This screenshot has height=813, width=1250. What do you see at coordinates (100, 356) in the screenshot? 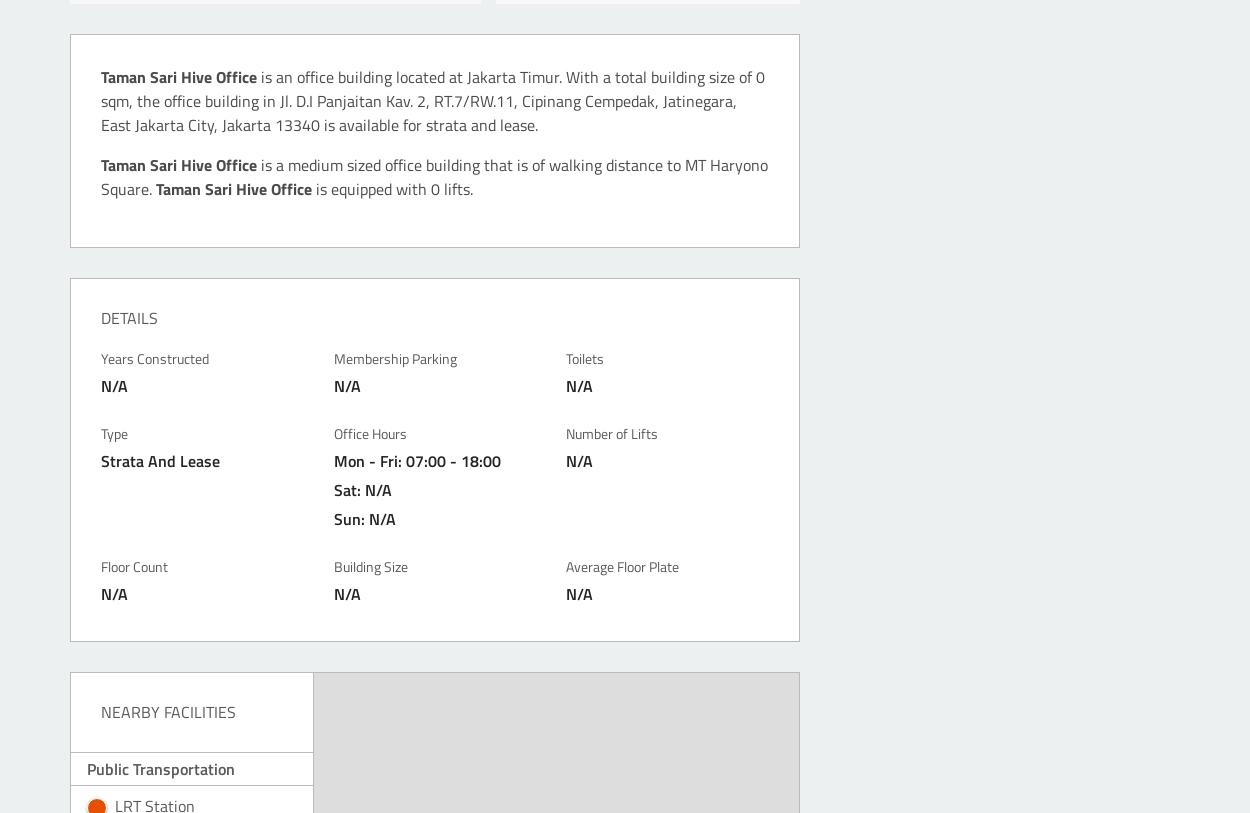
I see `'Years Constructed'` at bounding box center [100, 356].